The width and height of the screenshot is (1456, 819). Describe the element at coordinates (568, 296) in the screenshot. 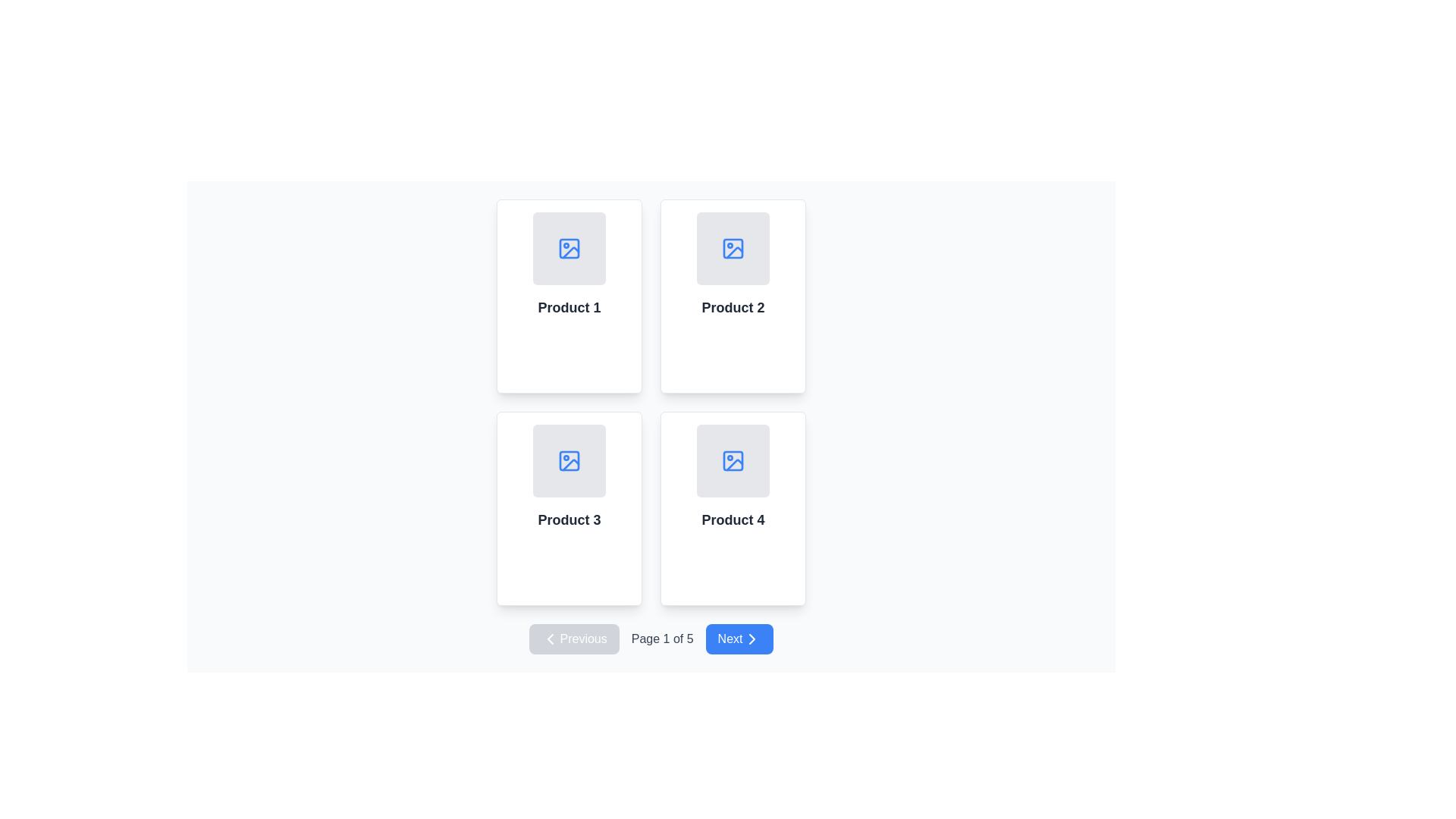

I see `the Product card element located in the top-left corner of the grid, which displays the bold text 'Product 1'` at that location.